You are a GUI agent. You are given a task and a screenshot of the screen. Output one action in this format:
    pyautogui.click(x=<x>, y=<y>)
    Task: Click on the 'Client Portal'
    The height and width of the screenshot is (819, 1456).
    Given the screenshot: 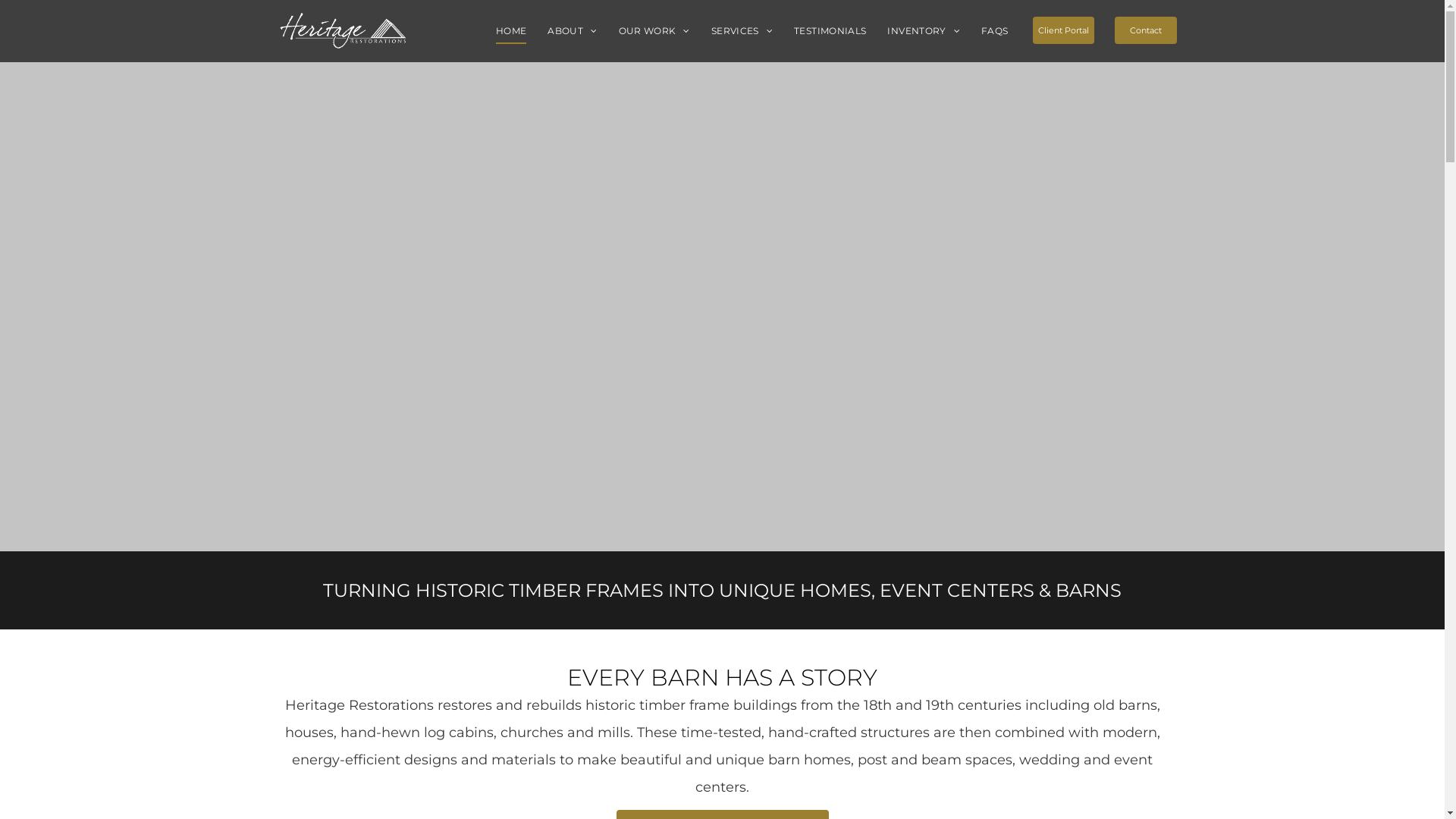 What is the action you would take?
    pyautogui.click(x=1032, y=30)
    